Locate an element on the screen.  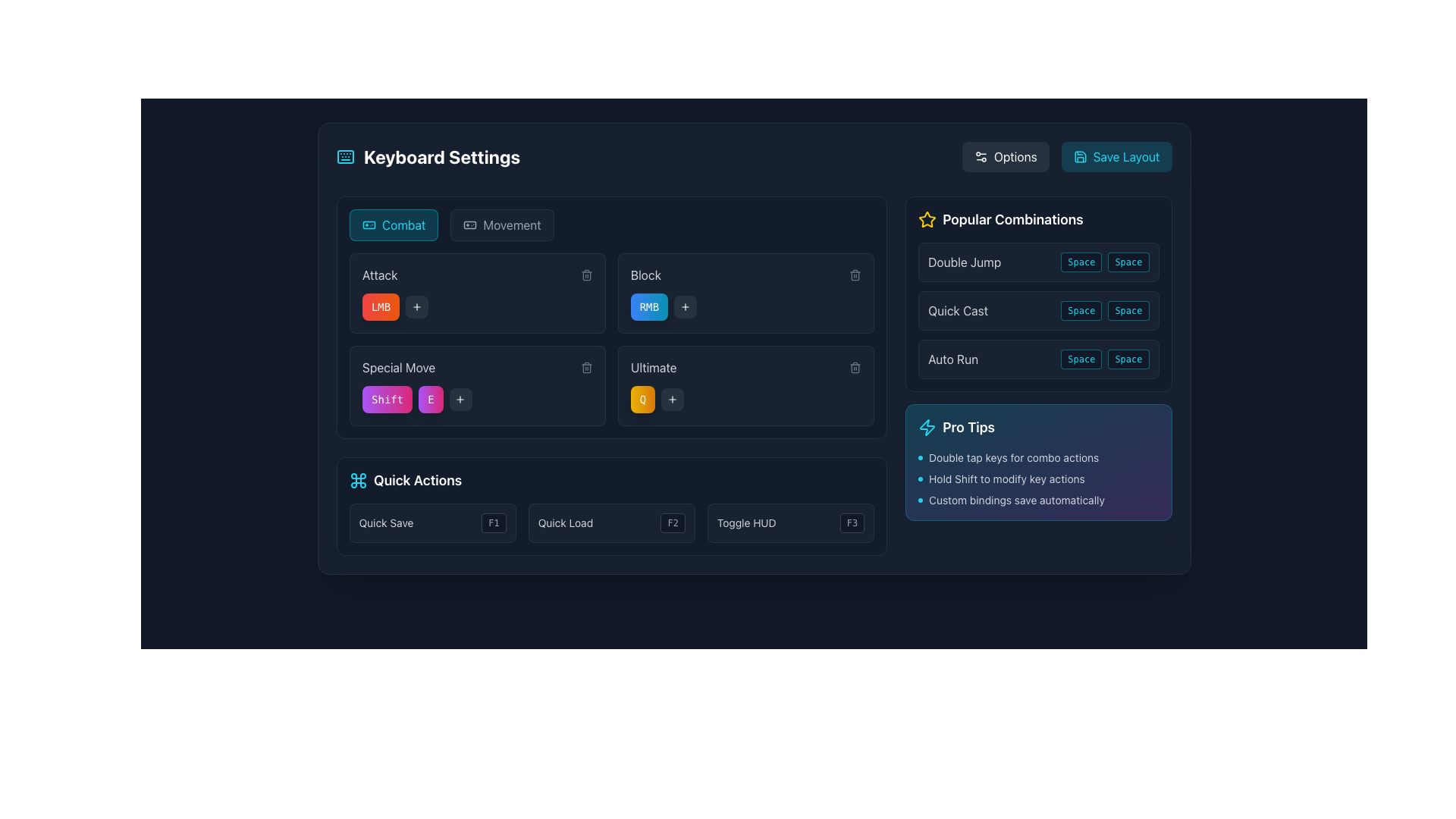
the 'Popular Combinations' informational module which has a dark background and rounded border, containing list items and a 'Space' button is located at coordinates (1037, 294).